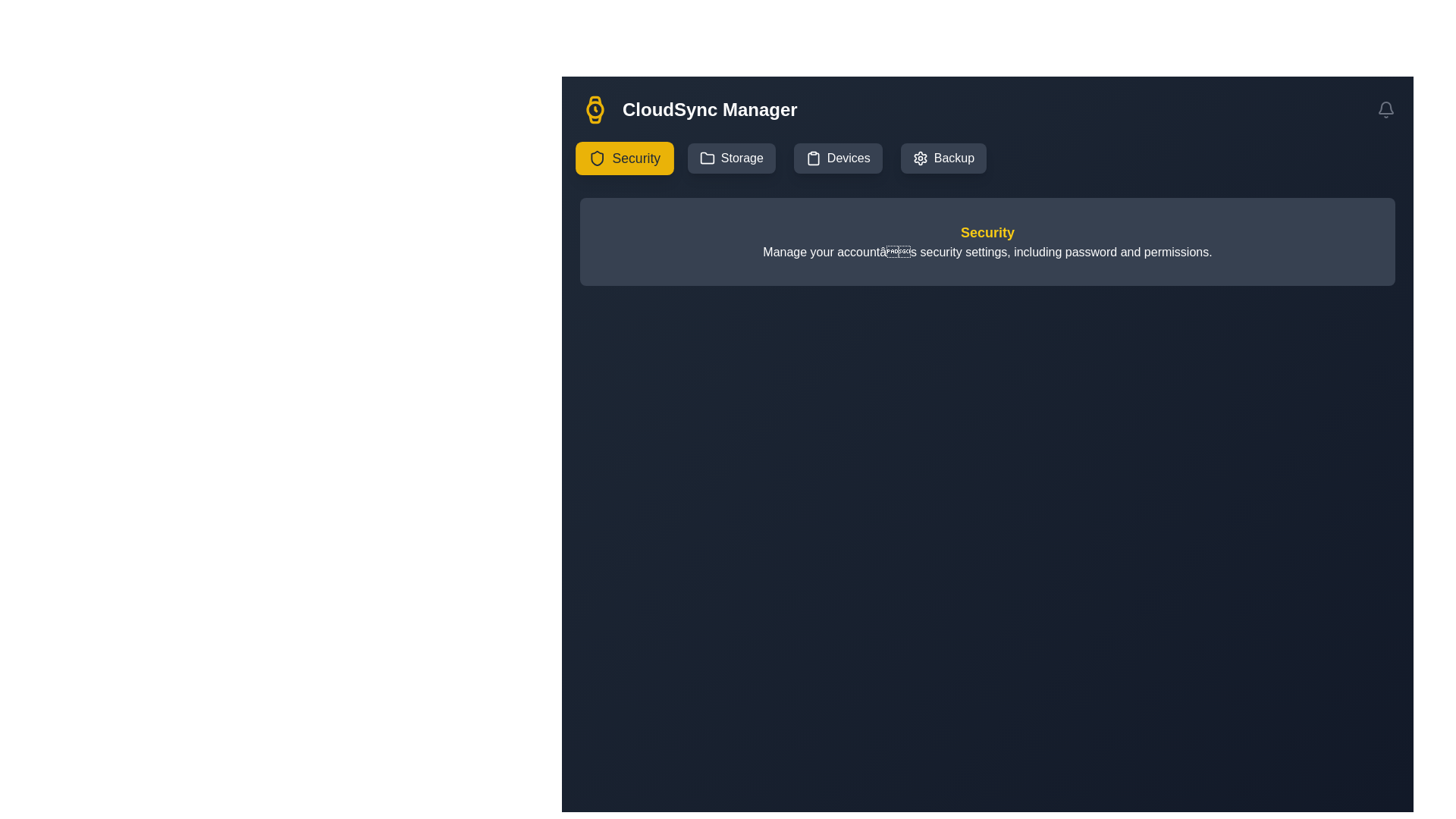 This screenshot has height=819, width=1456. What do you see at coordinates (812, 158) in the screenshot?
I see `the 'Devices' icon in the navigation bar, which is the third button located between the 'Storage' and 'Backup' buttons, to manage connected devices` at bounding box center [812, 158].